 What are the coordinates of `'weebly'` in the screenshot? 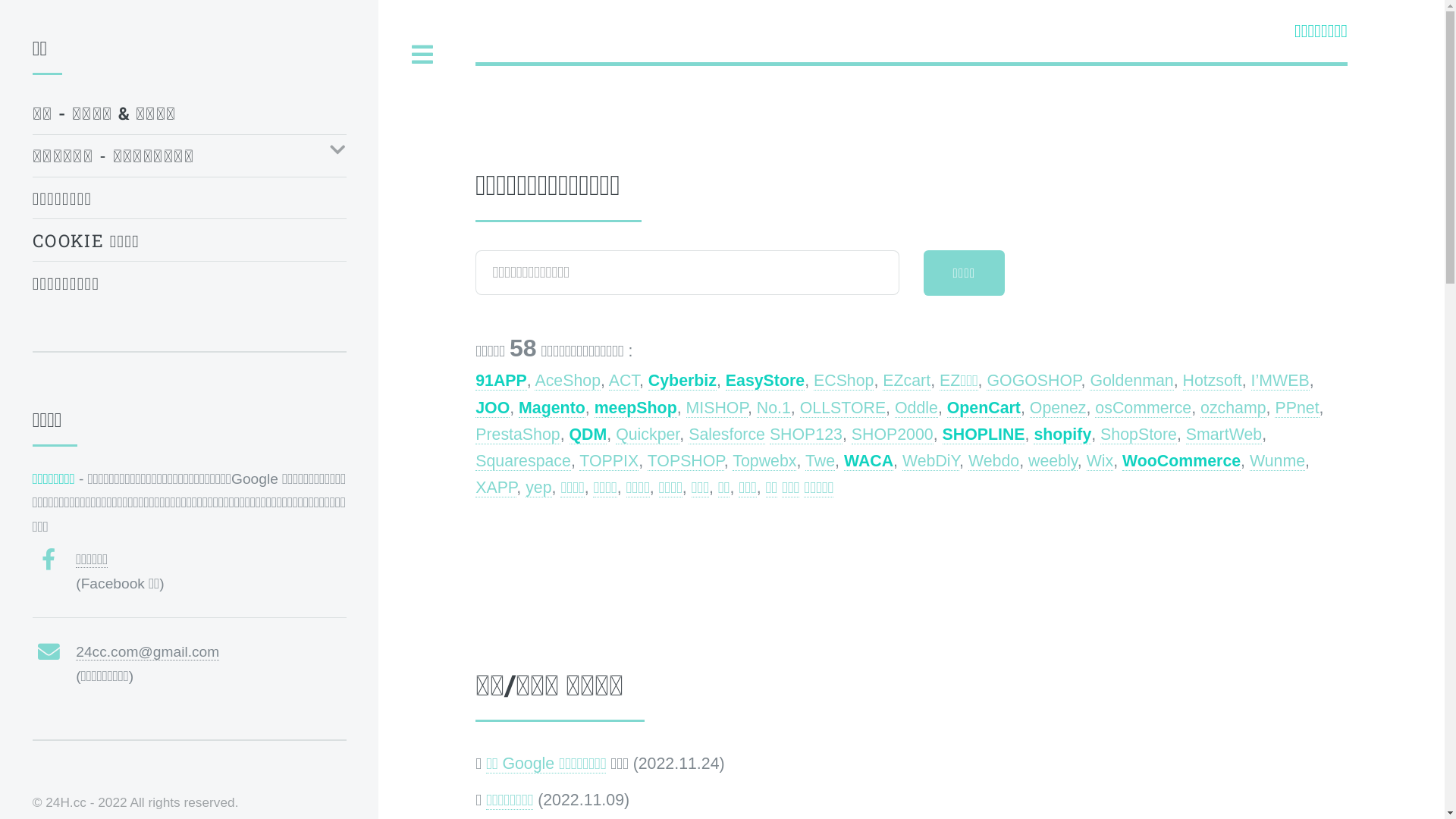 It's located at (1052, 460).